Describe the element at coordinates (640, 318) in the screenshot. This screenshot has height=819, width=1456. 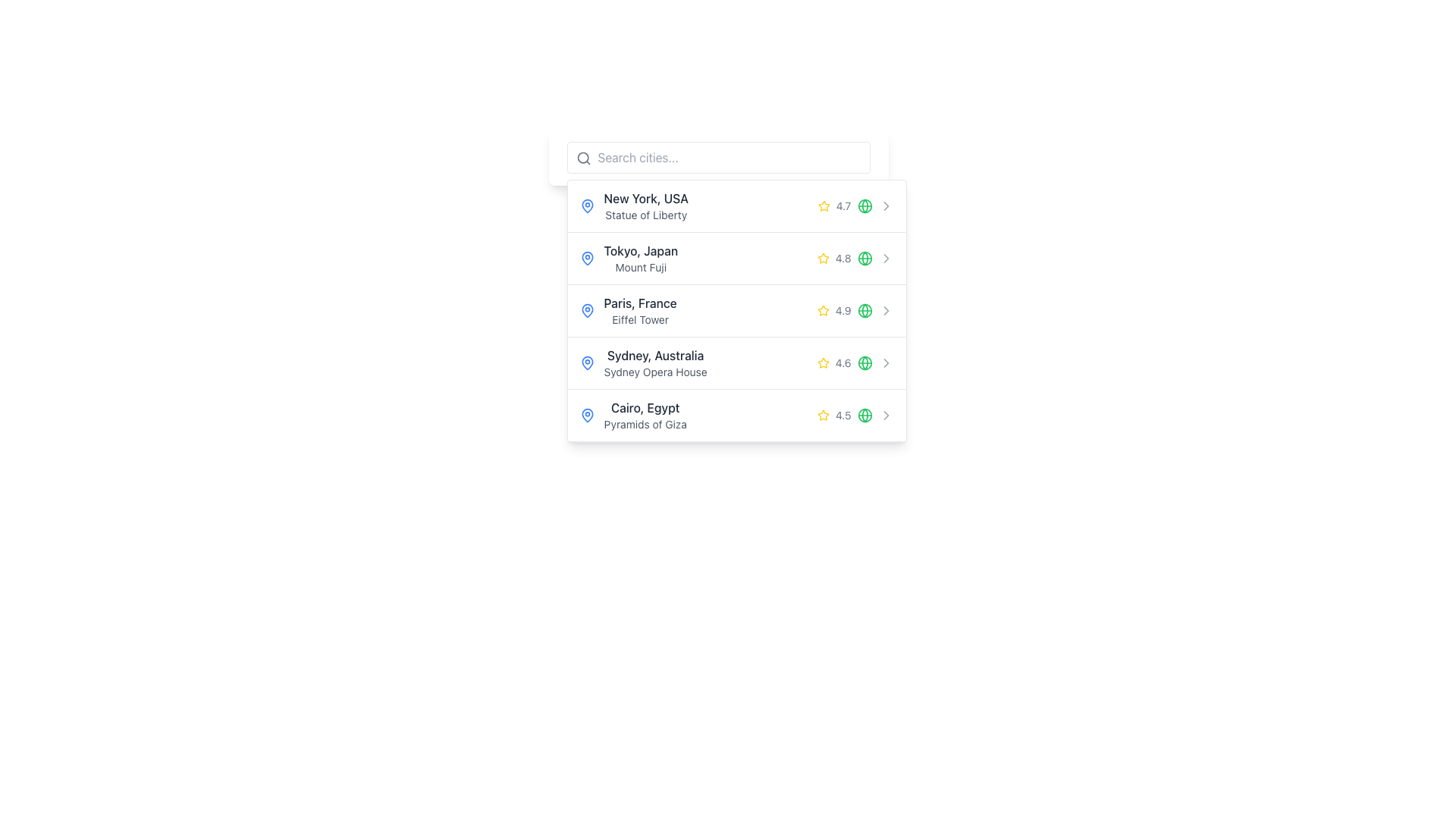
I see `the Text Label that provides additional descriptive information about the main title text 'Paris, France', located directly below the main text of the entry` at that location.